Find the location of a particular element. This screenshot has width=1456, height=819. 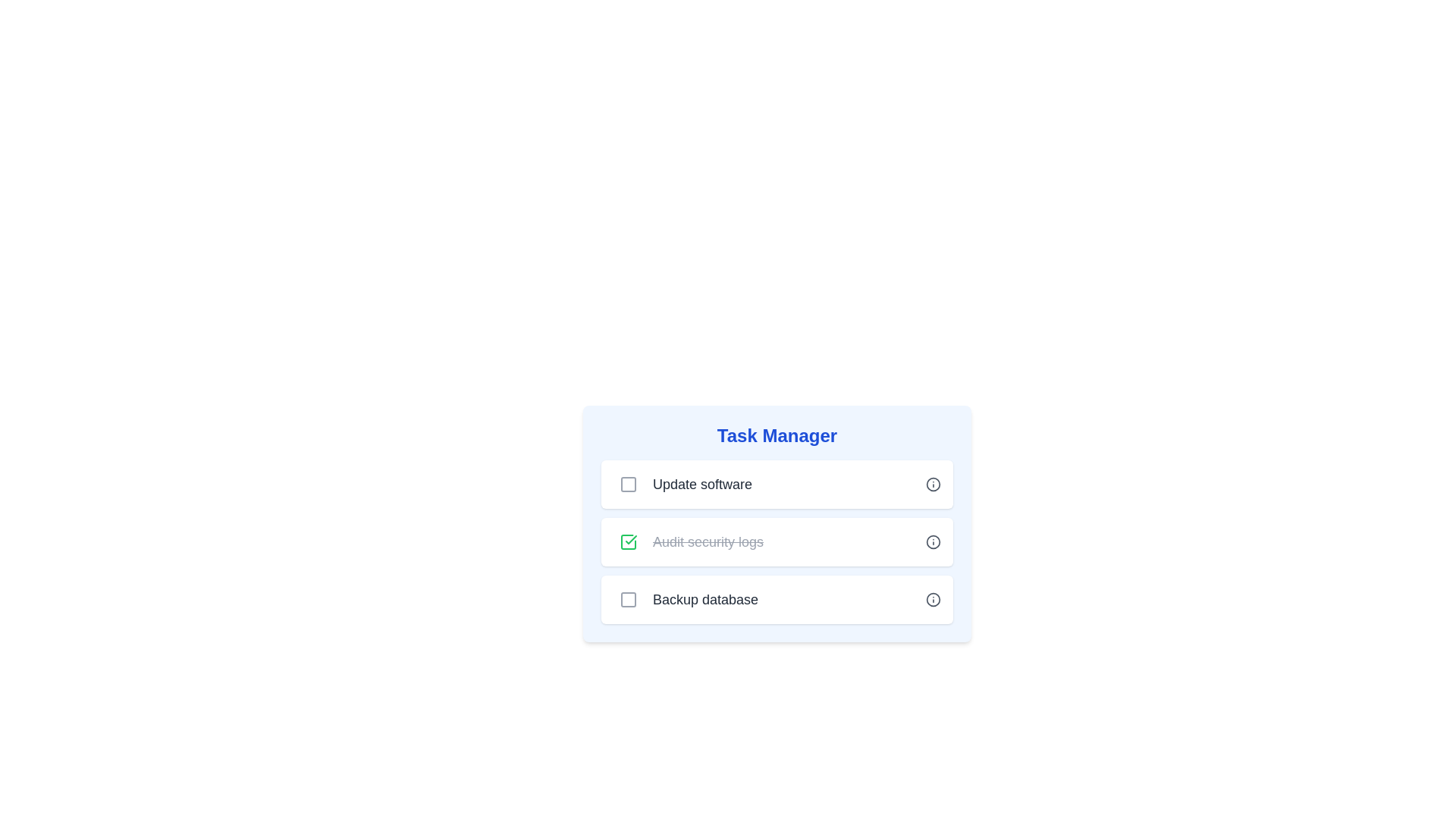

text from the 'Update software' label, which is a bold, dark gray text element located in the task management panel is located at coordinates (701, 485).